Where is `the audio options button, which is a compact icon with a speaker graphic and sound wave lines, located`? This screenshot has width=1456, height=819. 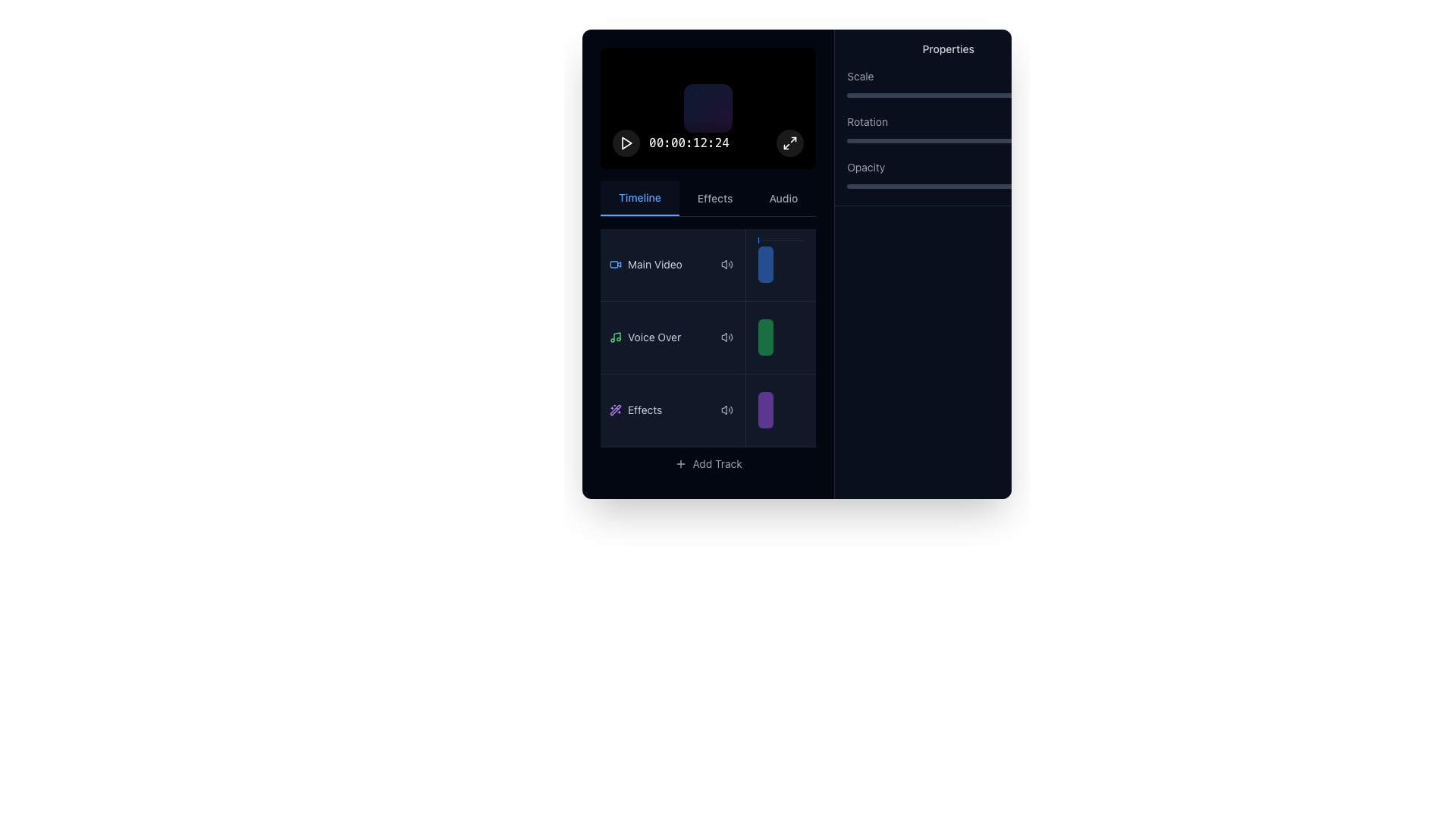
the audio options button, which is a compact icon with a speaker graphic and sound wave lines, located is located at coordinates (726, 263).